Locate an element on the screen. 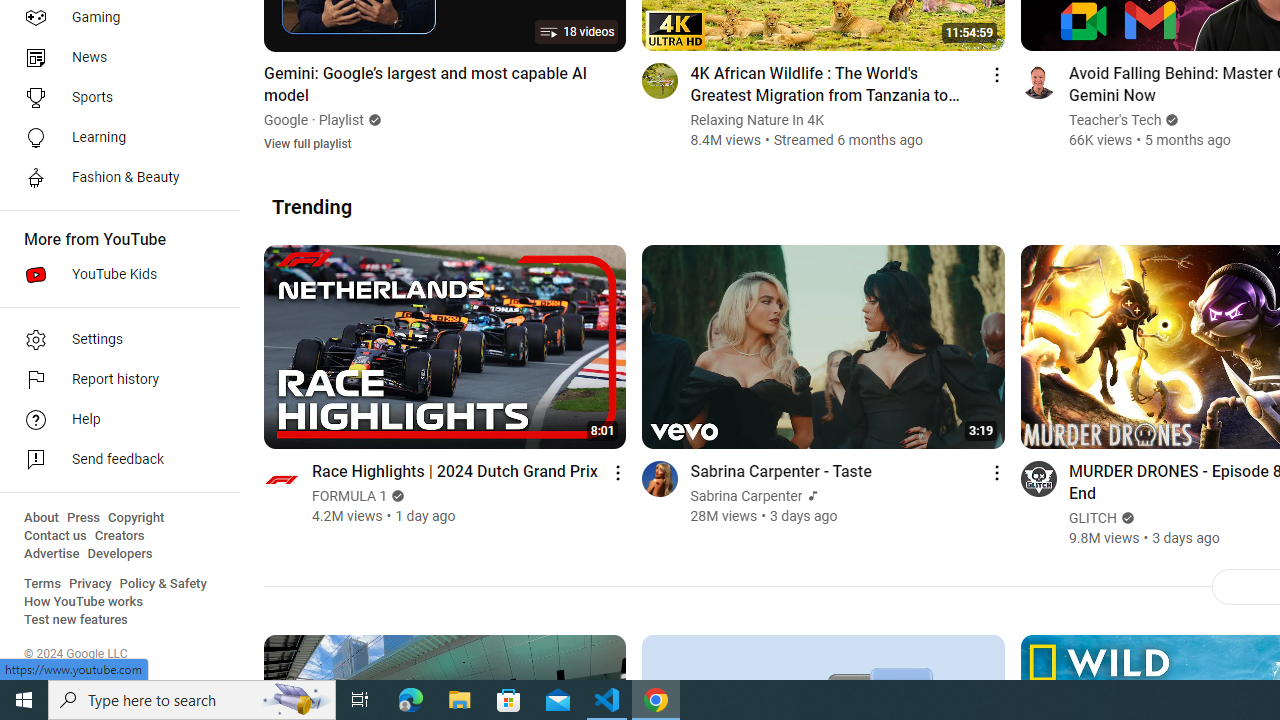 This screenshot has width=1280, height=720. 'Teacher' is located at coordinates (1114, 120).